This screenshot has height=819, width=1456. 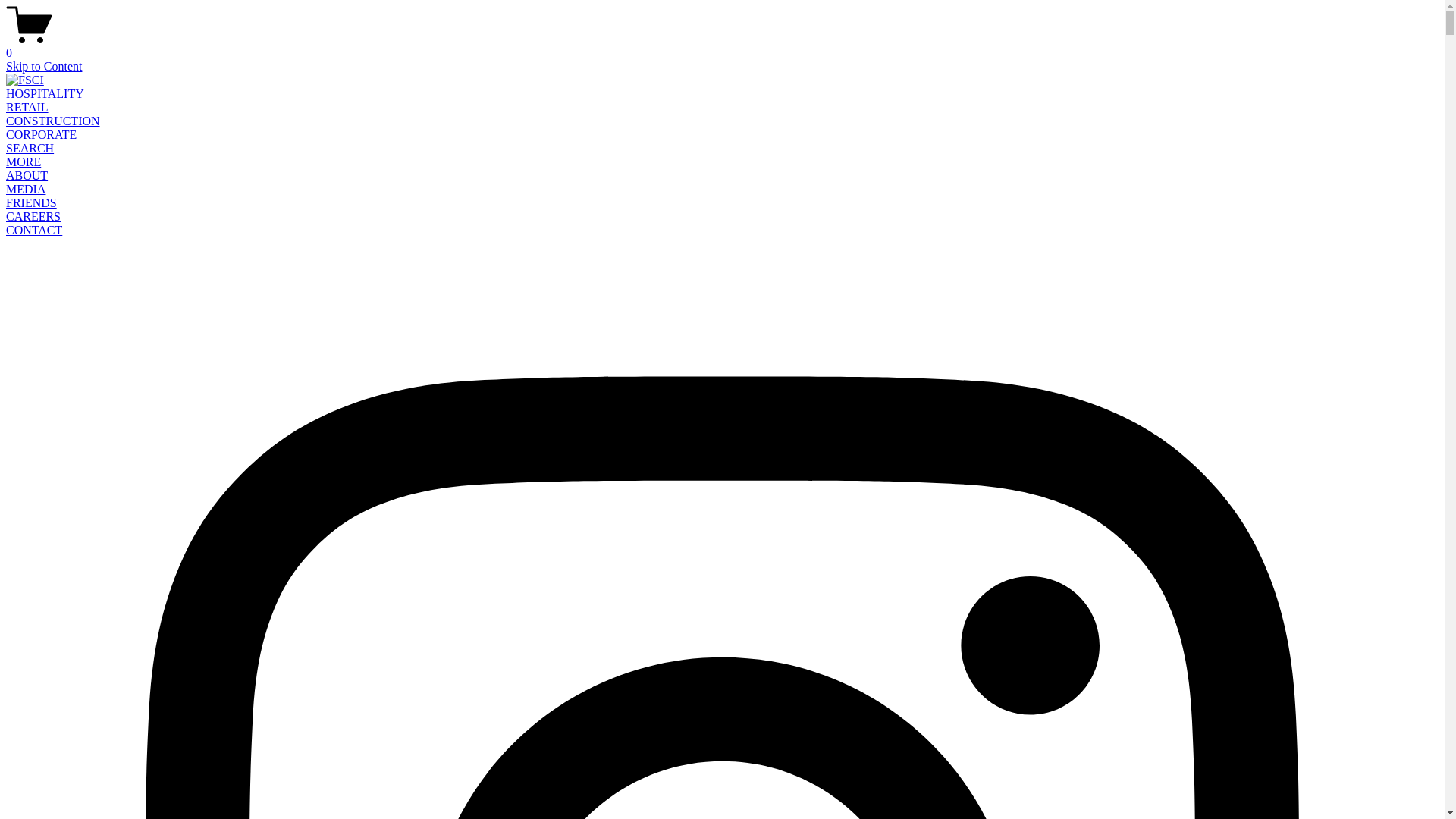 I want to click on 'Skip to Content', so click(x=43, y=65).